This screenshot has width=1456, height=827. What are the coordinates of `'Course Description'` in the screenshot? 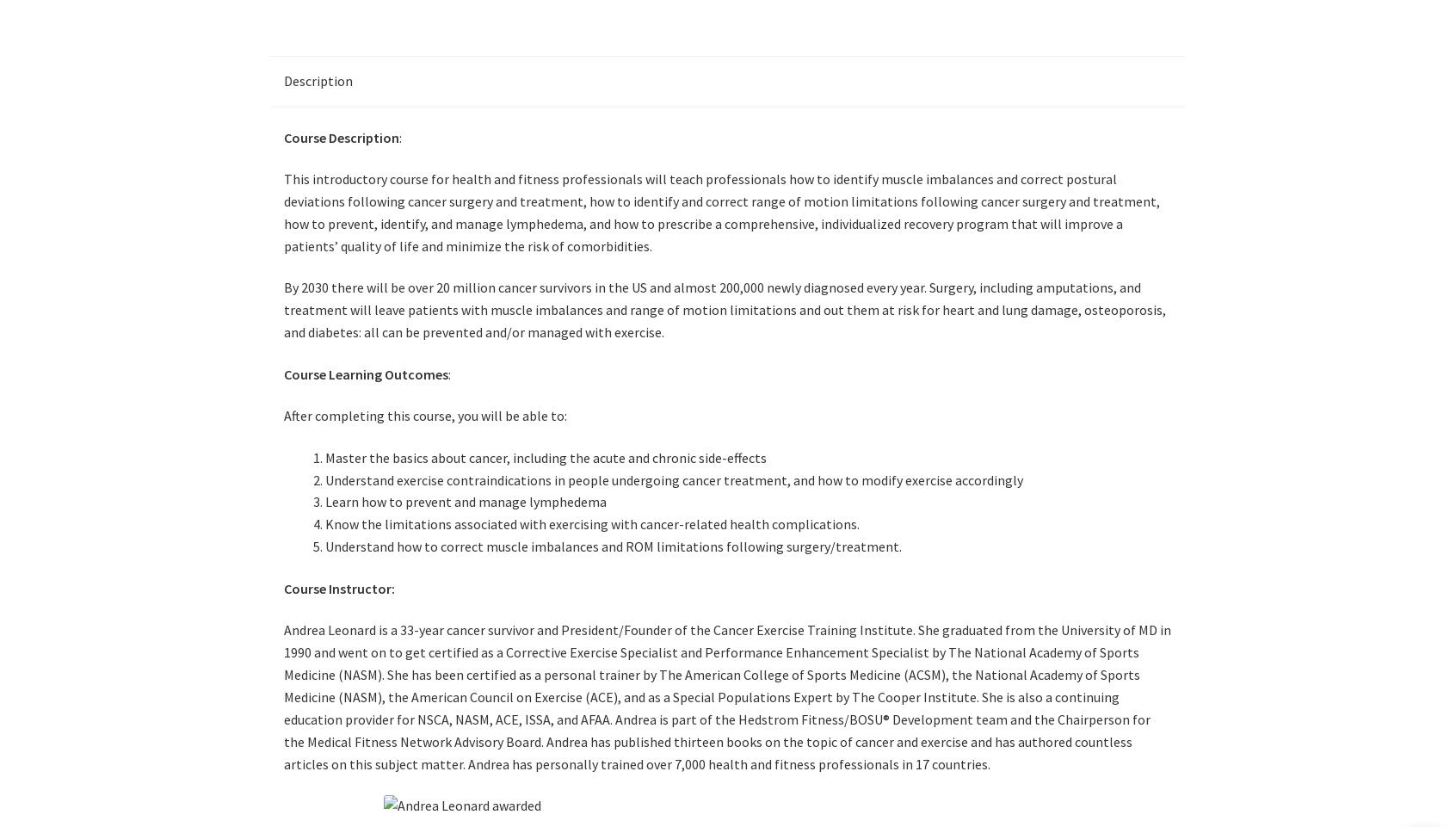 It's located at (341, 136).